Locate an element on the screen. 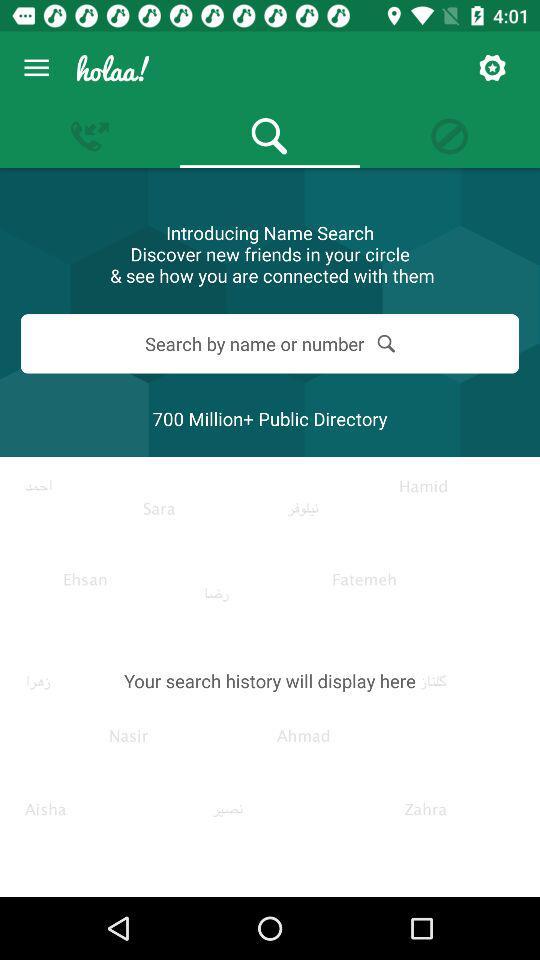 Image resolution: width=540 pixels, height=960 pixels. settings button is located at coordinates (491, 68).